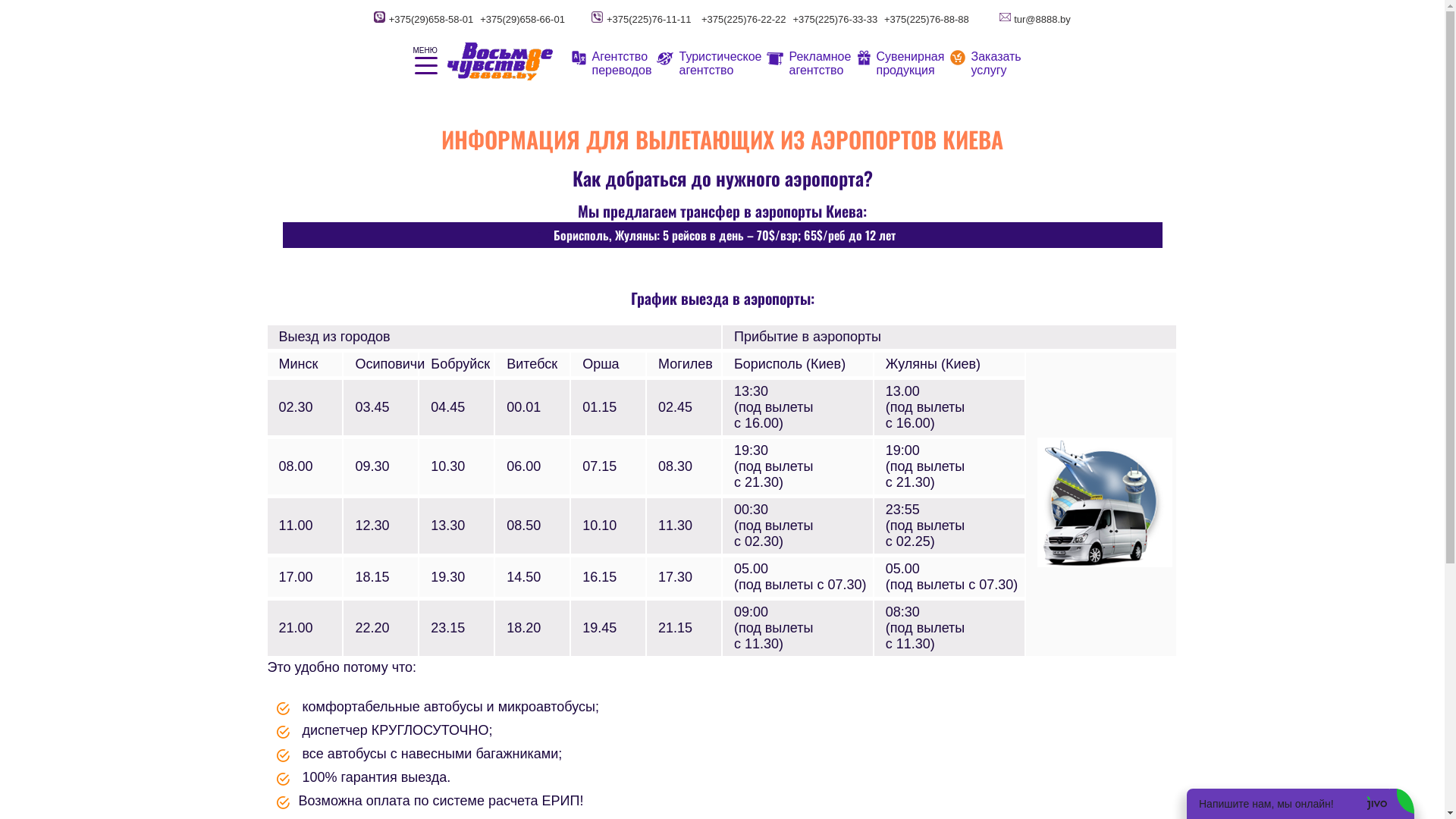 Image resolution: width=1456 pixels, height=819 pixels. What do you see at coordinates (833, 19) in the screenshot?
I see `'+375(225)76-33-33'` at bounding box center [833, 19].